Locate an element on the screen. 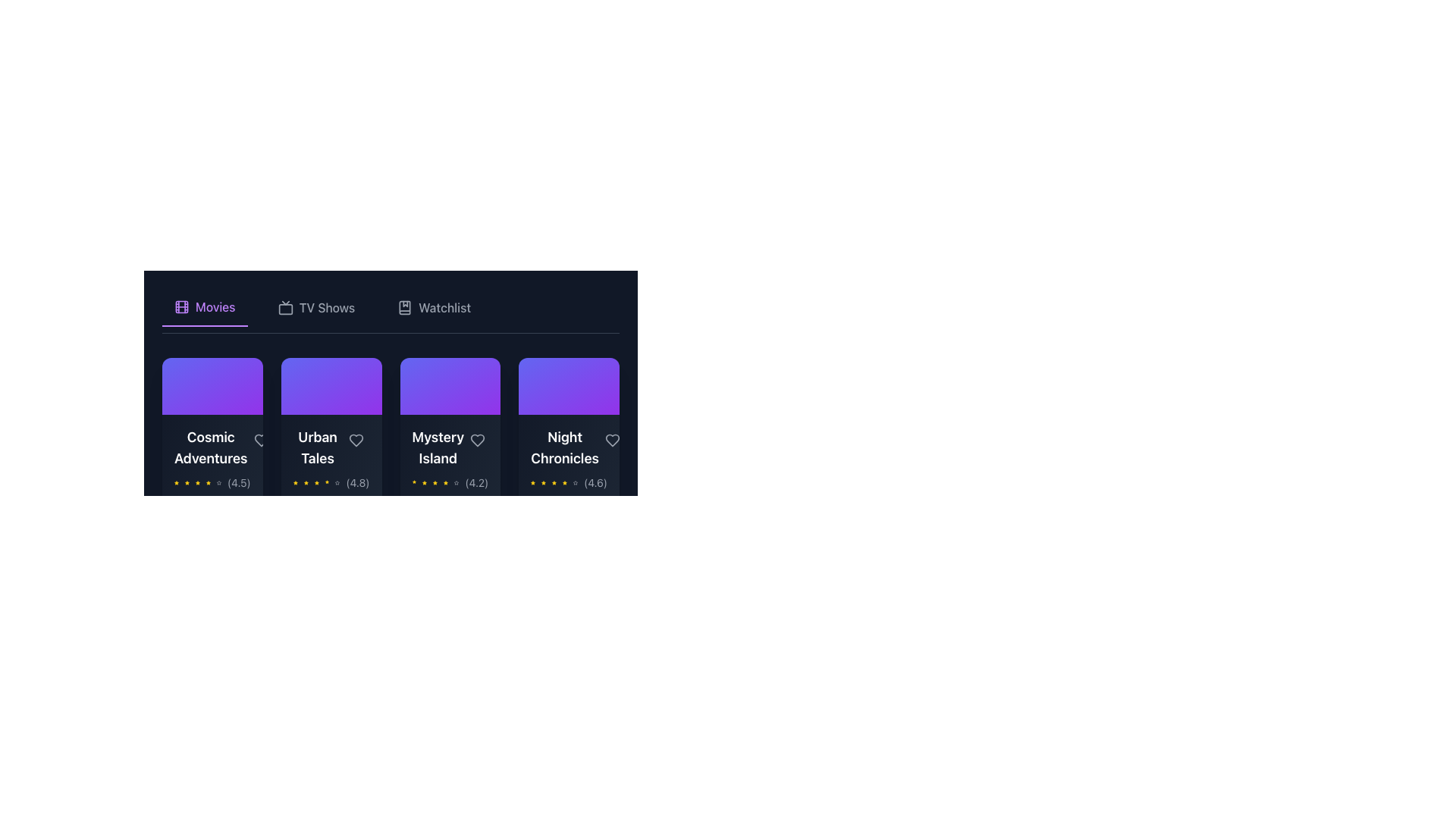 Image resolution: width=1456 pixels, height=819 pixels. rating value displayed as '(4.6)' in gray font on the bottom-right area of the 'Night Chronicles' card, next to the yellow stars is located at coordinates (595, 482).